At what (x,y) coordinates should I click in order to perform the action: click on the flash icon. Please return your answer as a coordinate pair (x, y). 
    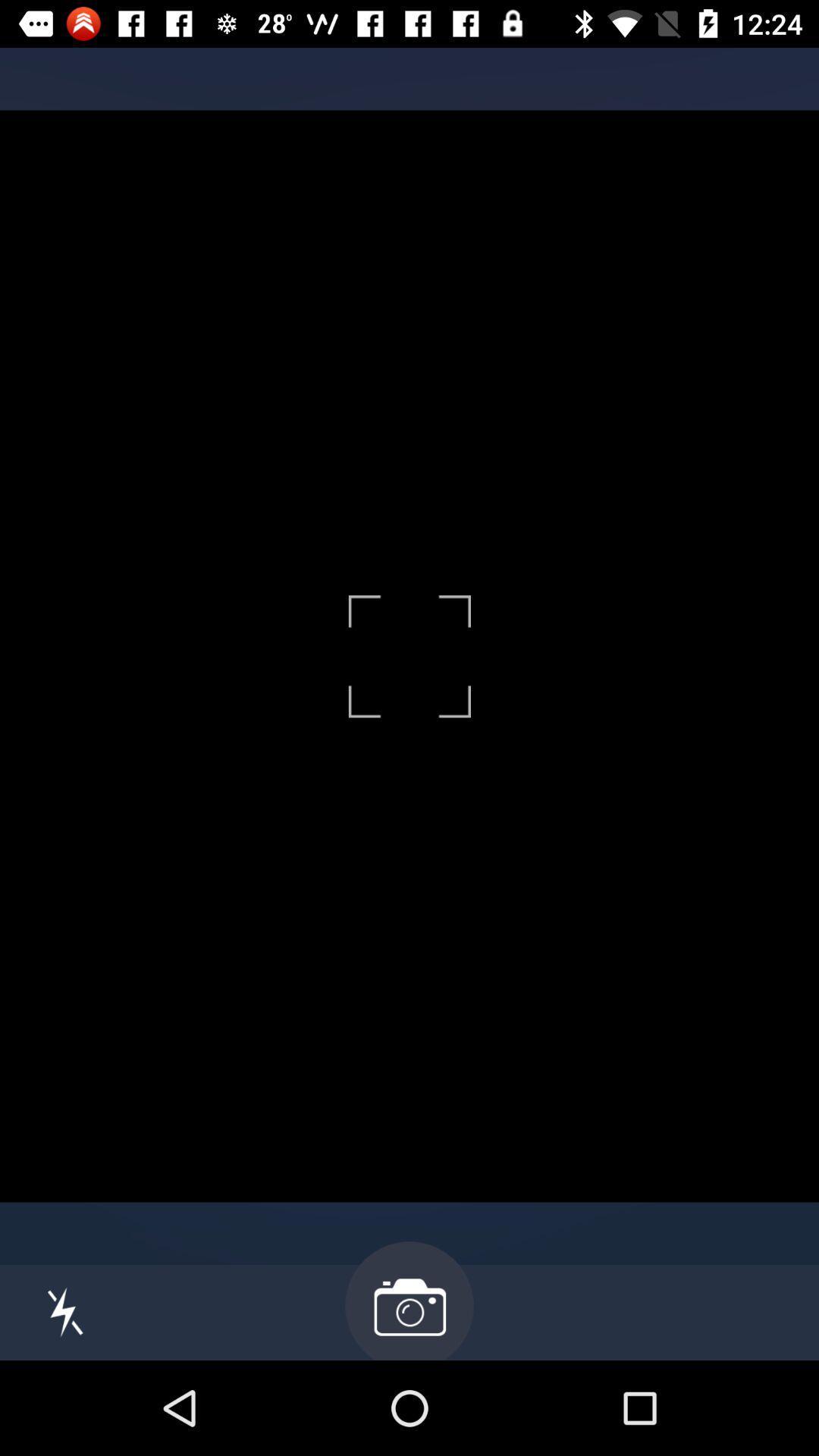
    Looking at the image, I should click on (64, 1311).